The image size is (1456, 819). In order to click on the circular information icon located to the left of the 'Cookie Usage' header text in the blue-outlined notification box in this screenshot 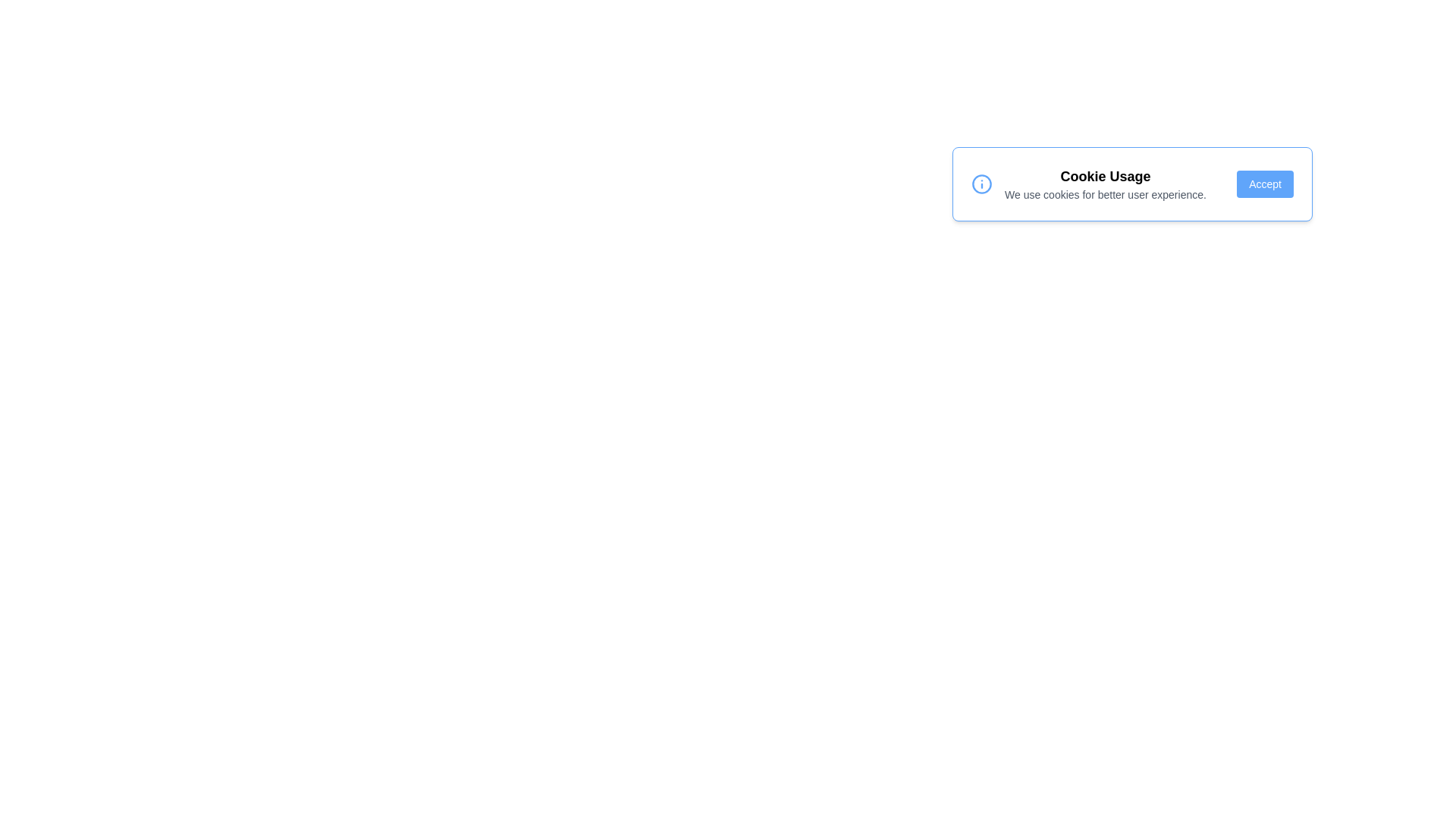, I will do `click(982, 184)`.